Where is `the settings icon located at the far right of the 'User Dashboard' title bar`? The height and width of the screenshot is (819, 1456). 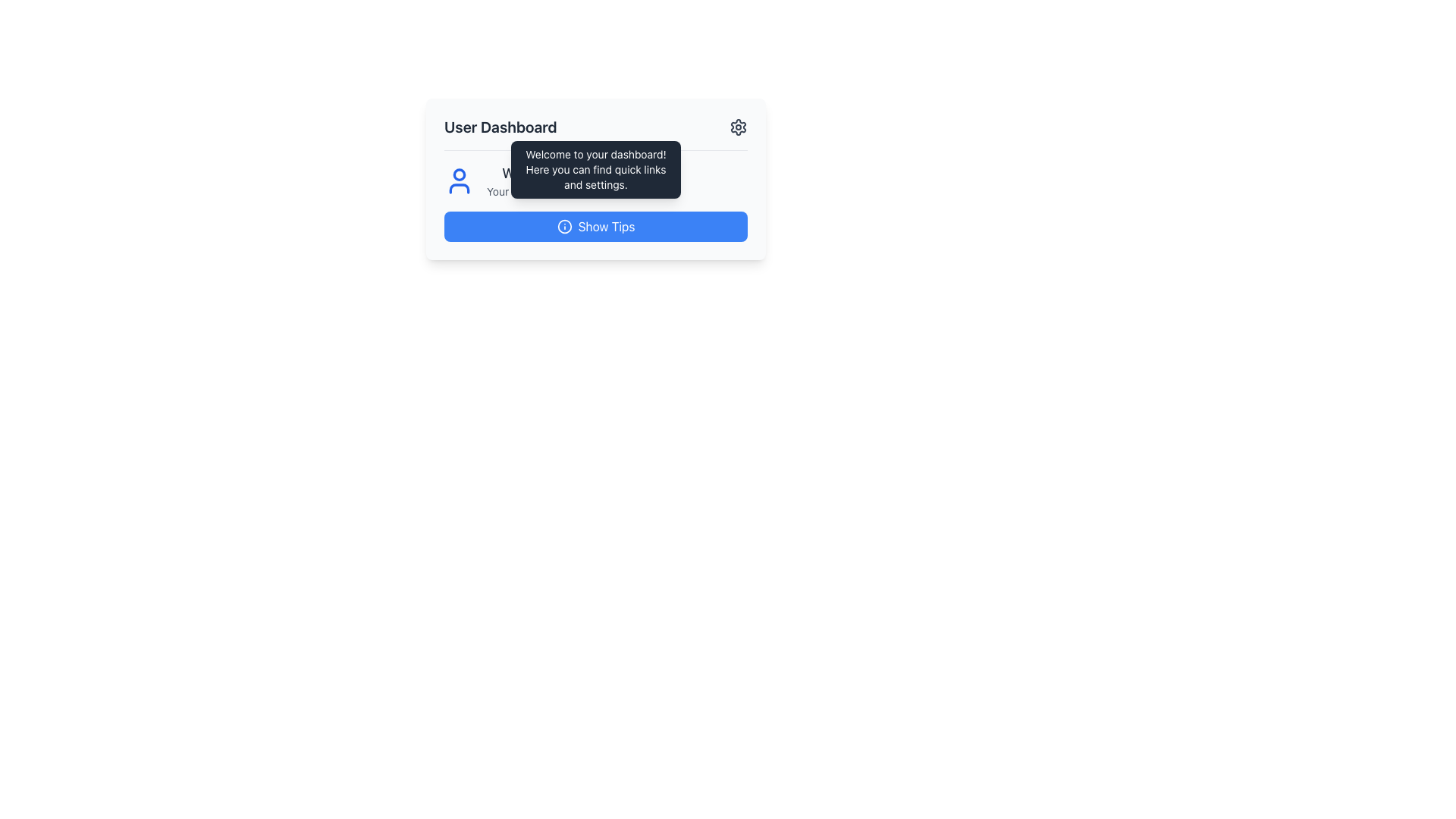 the settings icon located at the far right of the 'User Dashboard' title bar is located at coordinates (739, 127).